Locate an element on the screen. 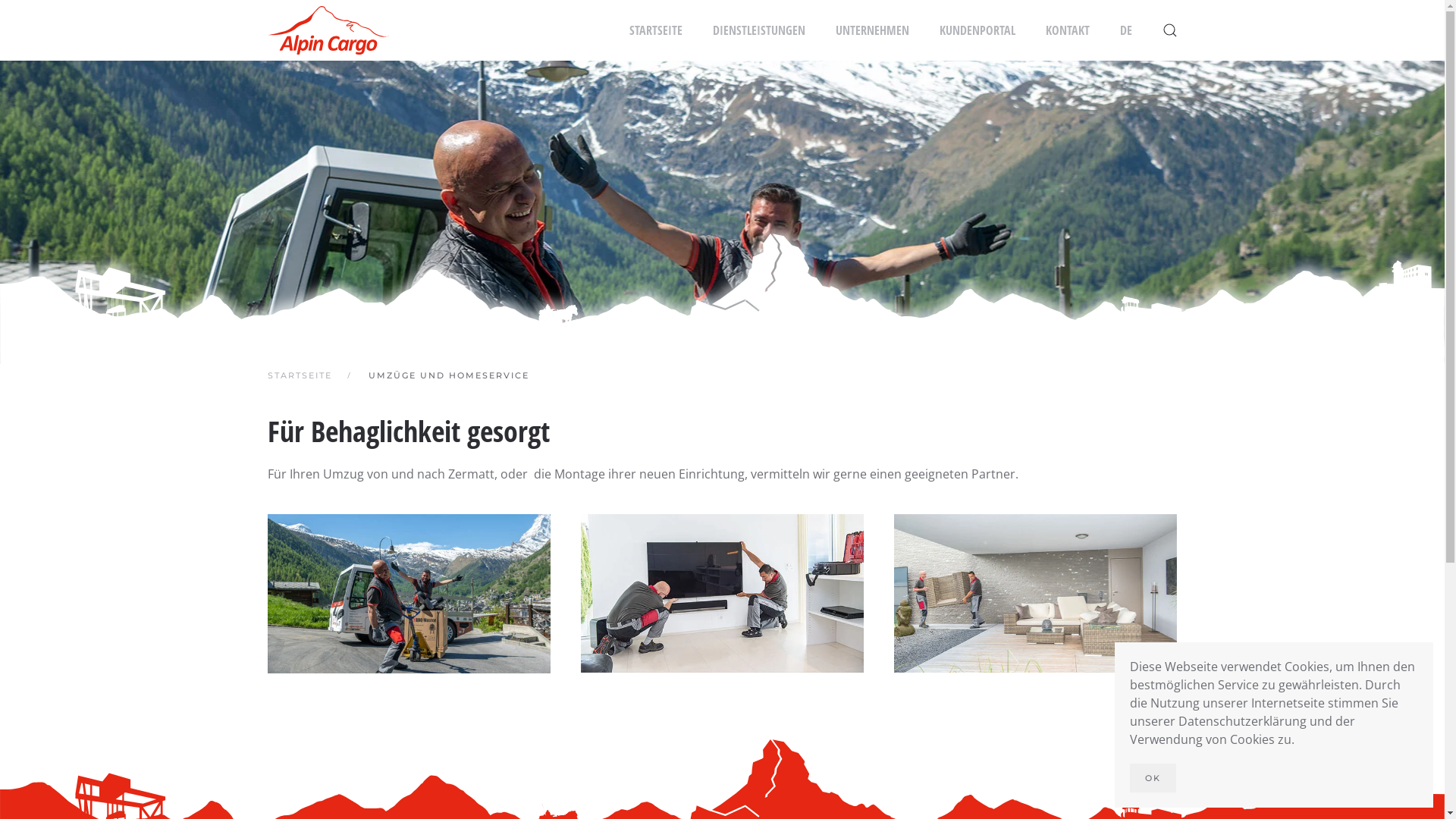 The width and height of the screenshot is (1456, 819). 'KUNDENPORTAL' is located at coordinates (976, 30).